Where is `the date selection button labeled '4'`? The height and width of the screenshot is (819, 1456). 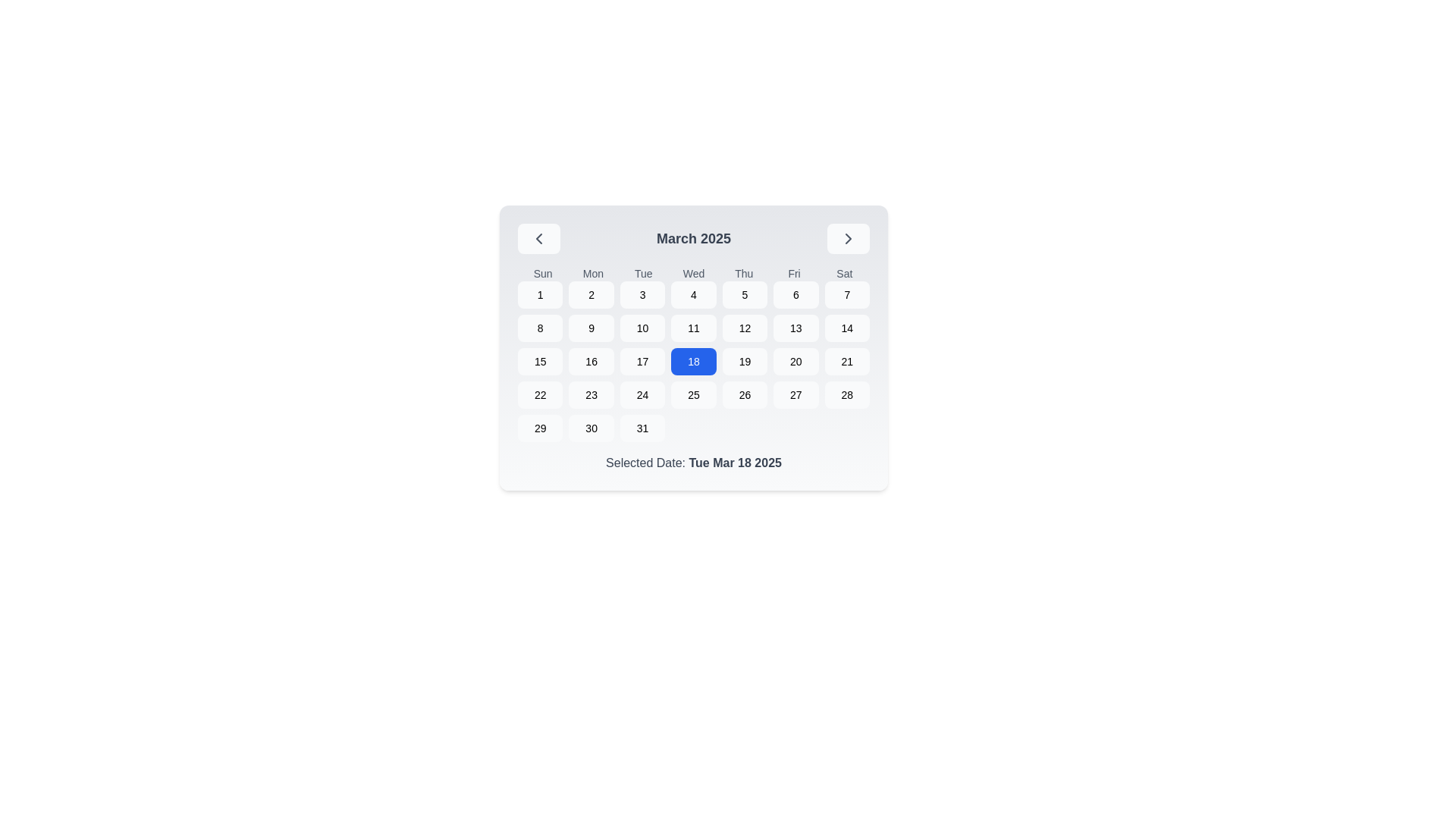
the date selection button labeled '4' is located at coordinates (693, 295).